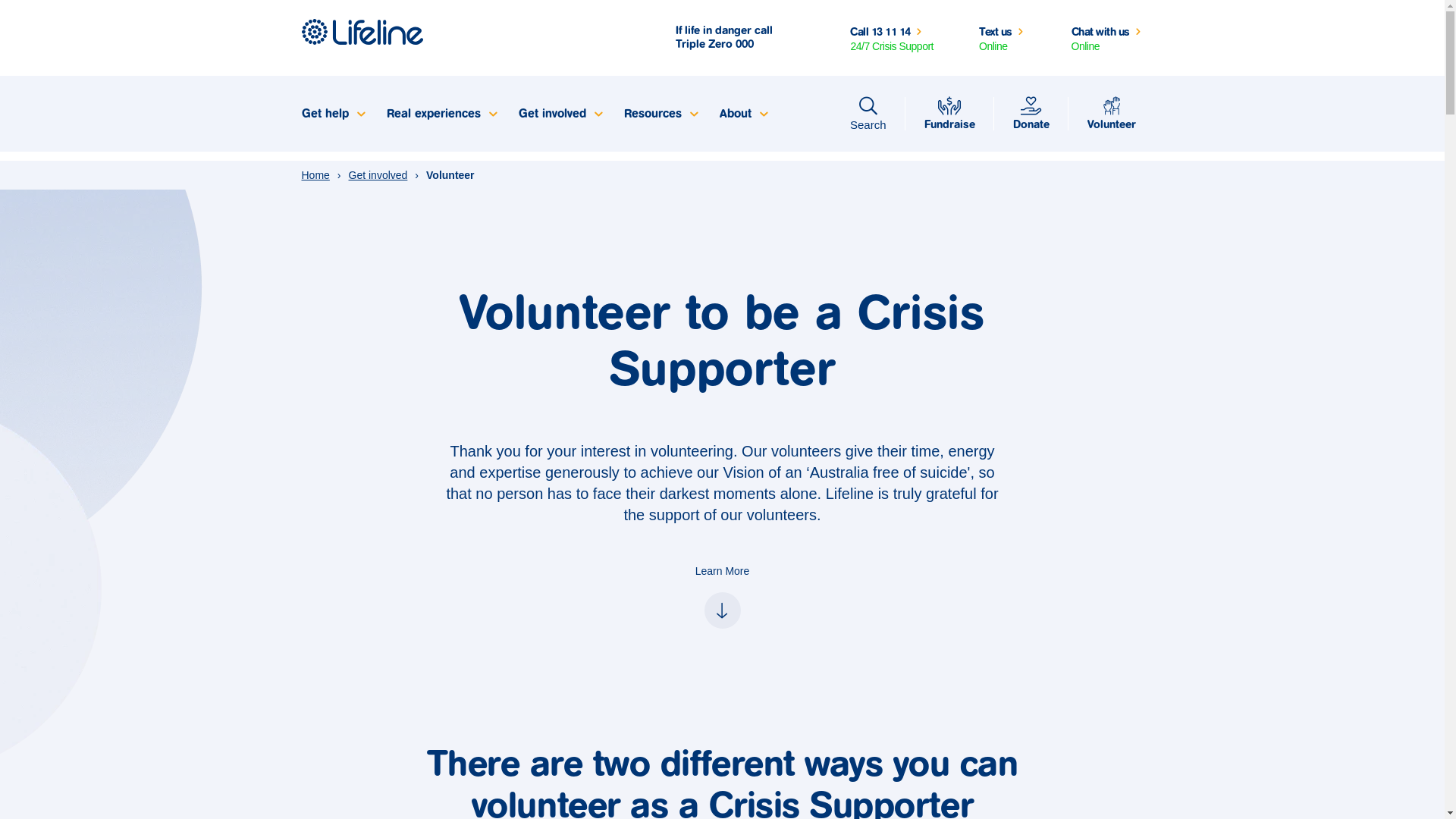  What do you see at coordinates (506, 113) in the screenshot?
I see `'Get involved'` at bounding box center [506, 113].